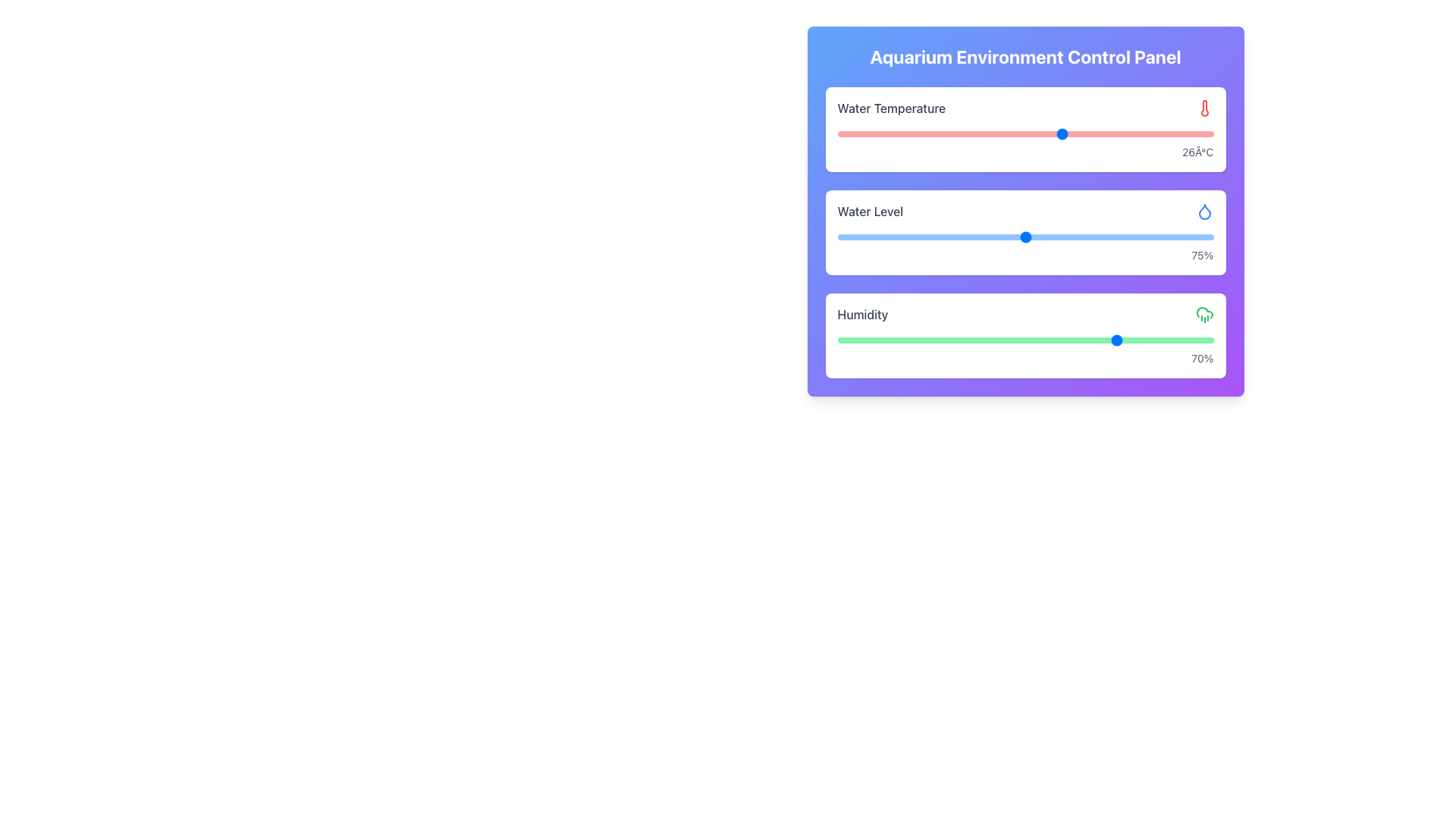  I want to click on humidity, so click(884, 339).